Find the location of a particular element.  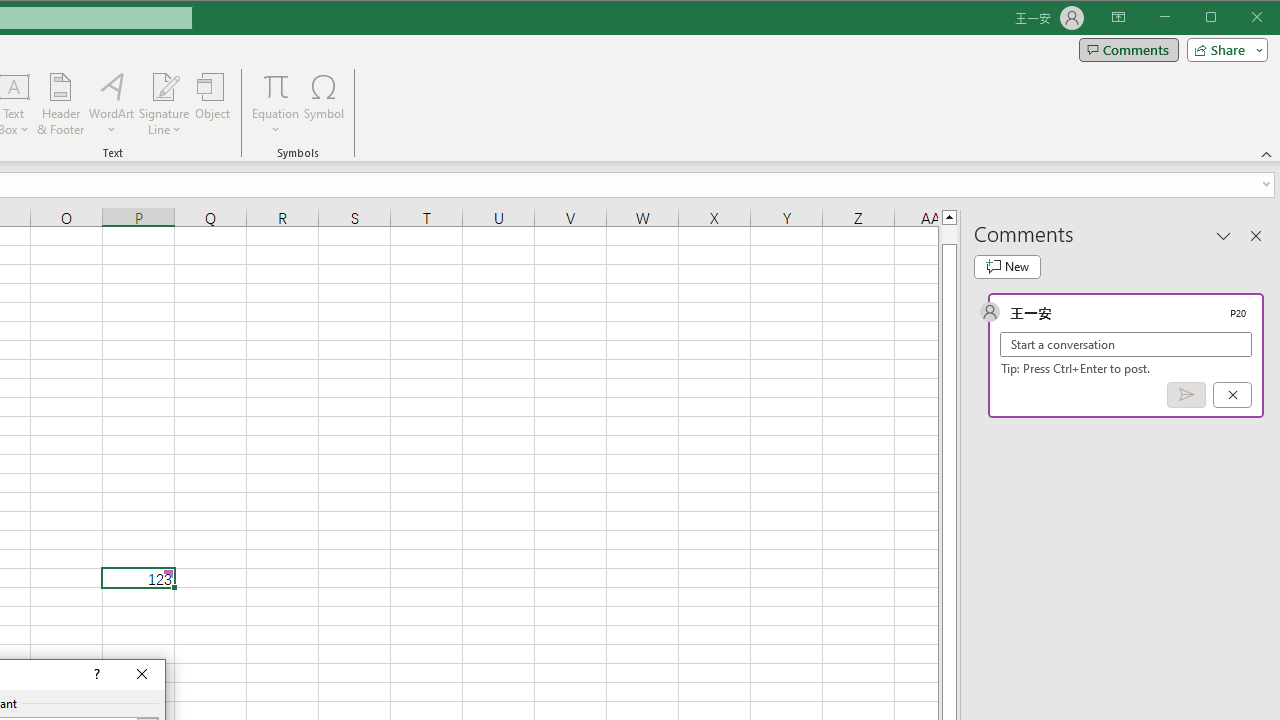

'Task Pane Options' is located at coordinates (1223, 234).